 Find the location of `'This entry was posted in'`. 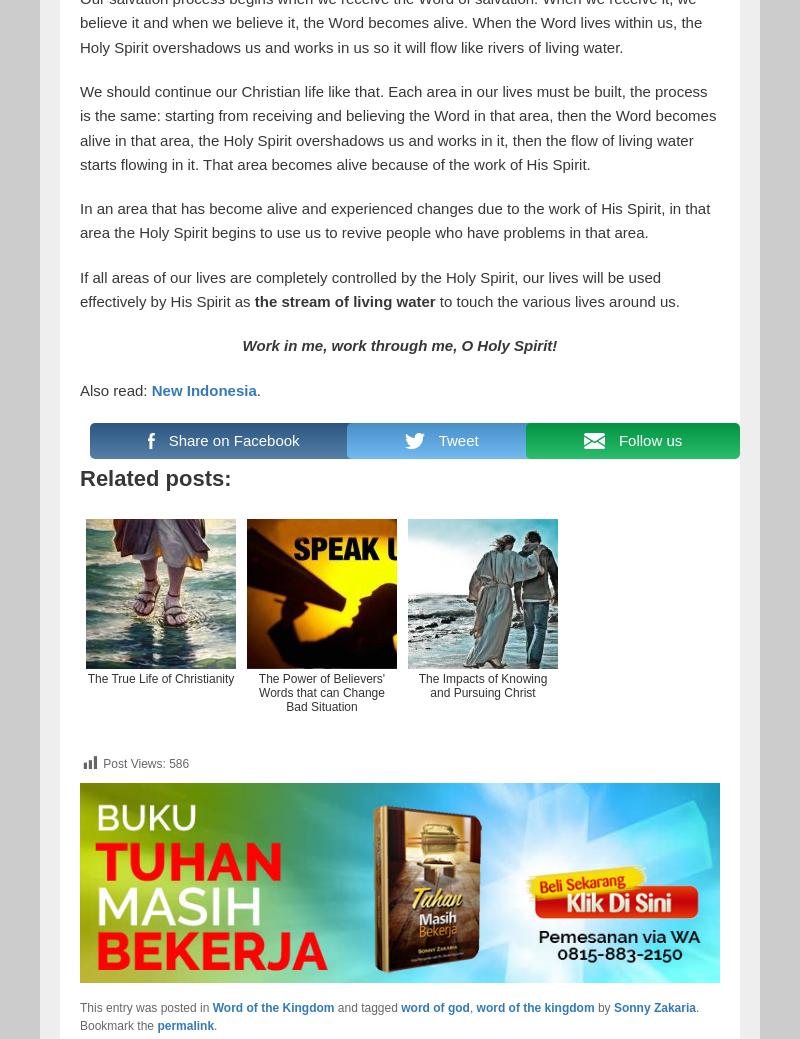

'This entry was posted in' is located at coordinates (146, 1006).